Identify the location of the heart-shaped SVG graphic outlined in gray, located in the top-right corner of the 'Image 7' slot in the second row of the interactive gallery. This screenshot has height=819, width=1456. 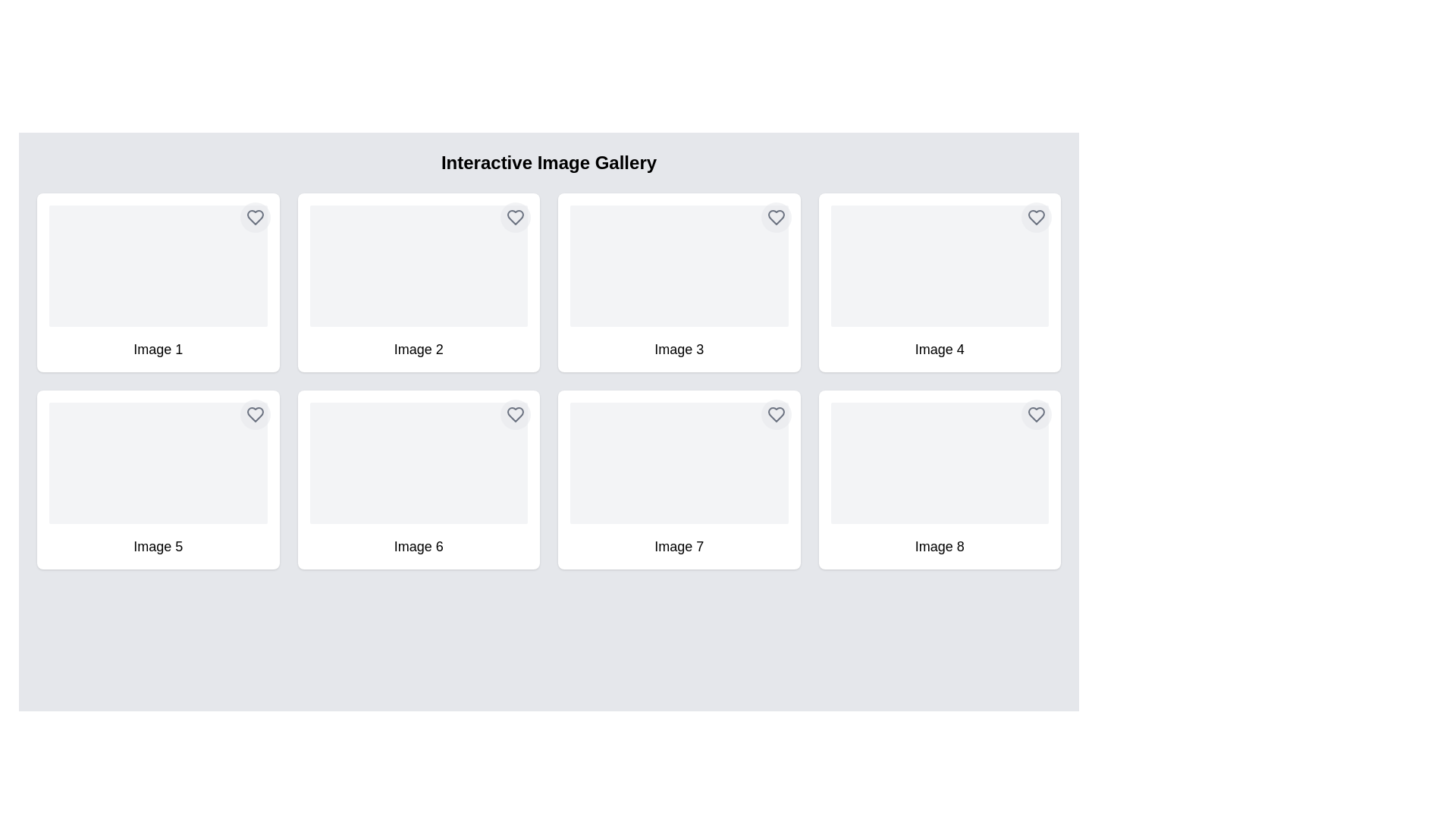
(776, 415).